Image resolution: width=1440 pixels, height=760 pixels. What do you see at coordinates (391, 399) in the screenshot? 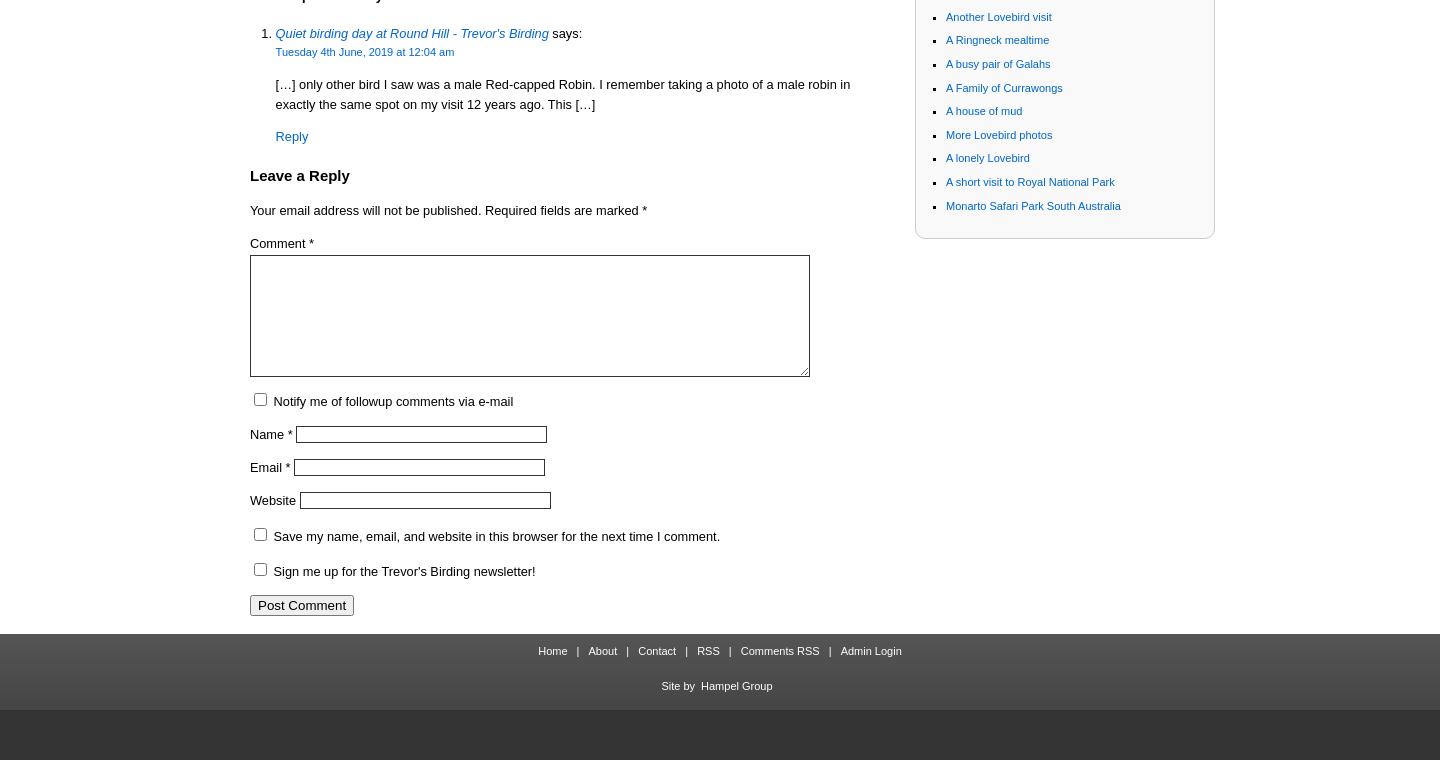
I see `'Notify me of followup comments via e-mail'` at bounding box center [391, 399].